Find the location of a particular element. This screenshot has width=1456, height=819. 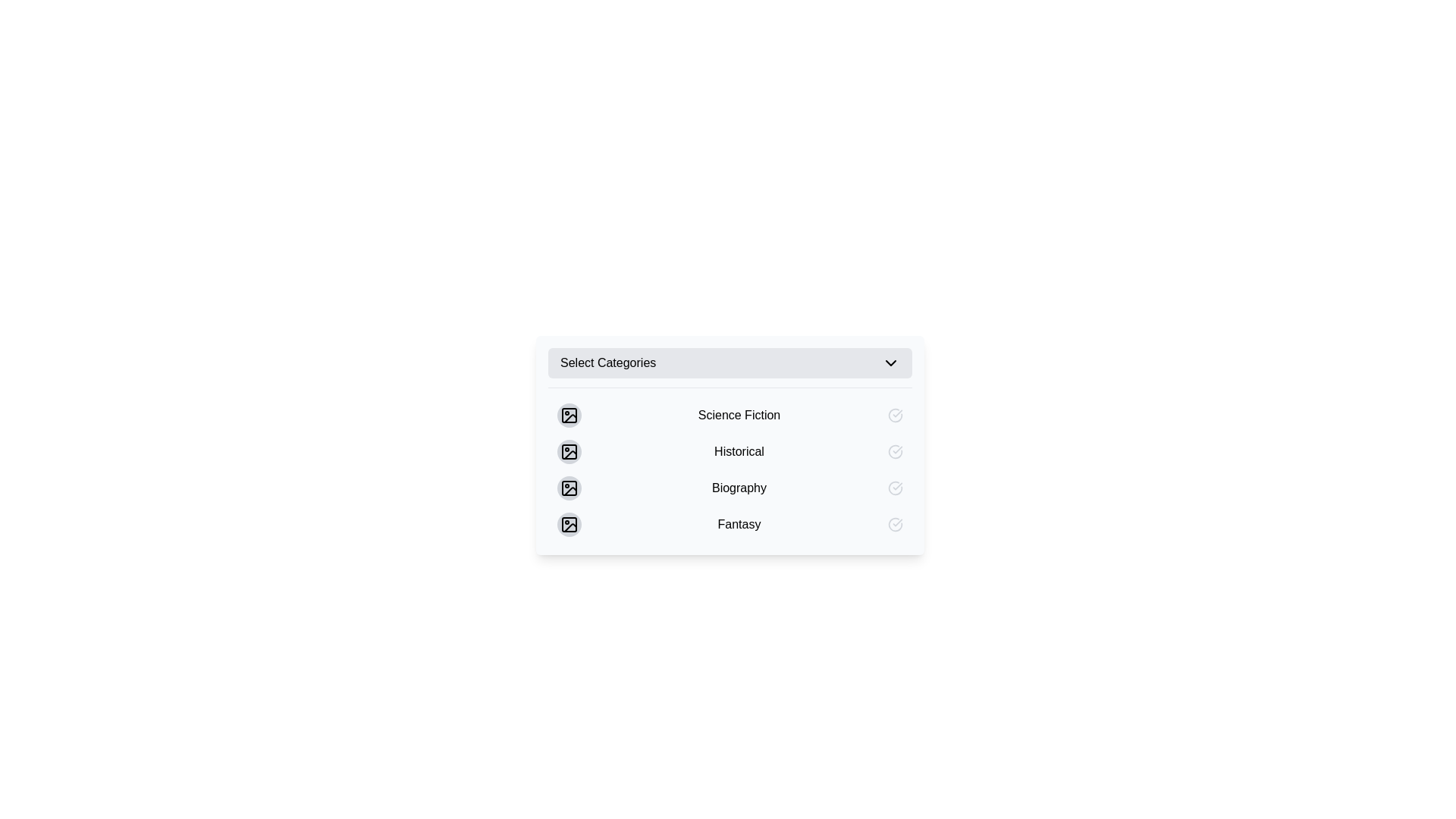

the Icon Button located to the left of the label text 'Historical' is located at coordinates (568, 451).